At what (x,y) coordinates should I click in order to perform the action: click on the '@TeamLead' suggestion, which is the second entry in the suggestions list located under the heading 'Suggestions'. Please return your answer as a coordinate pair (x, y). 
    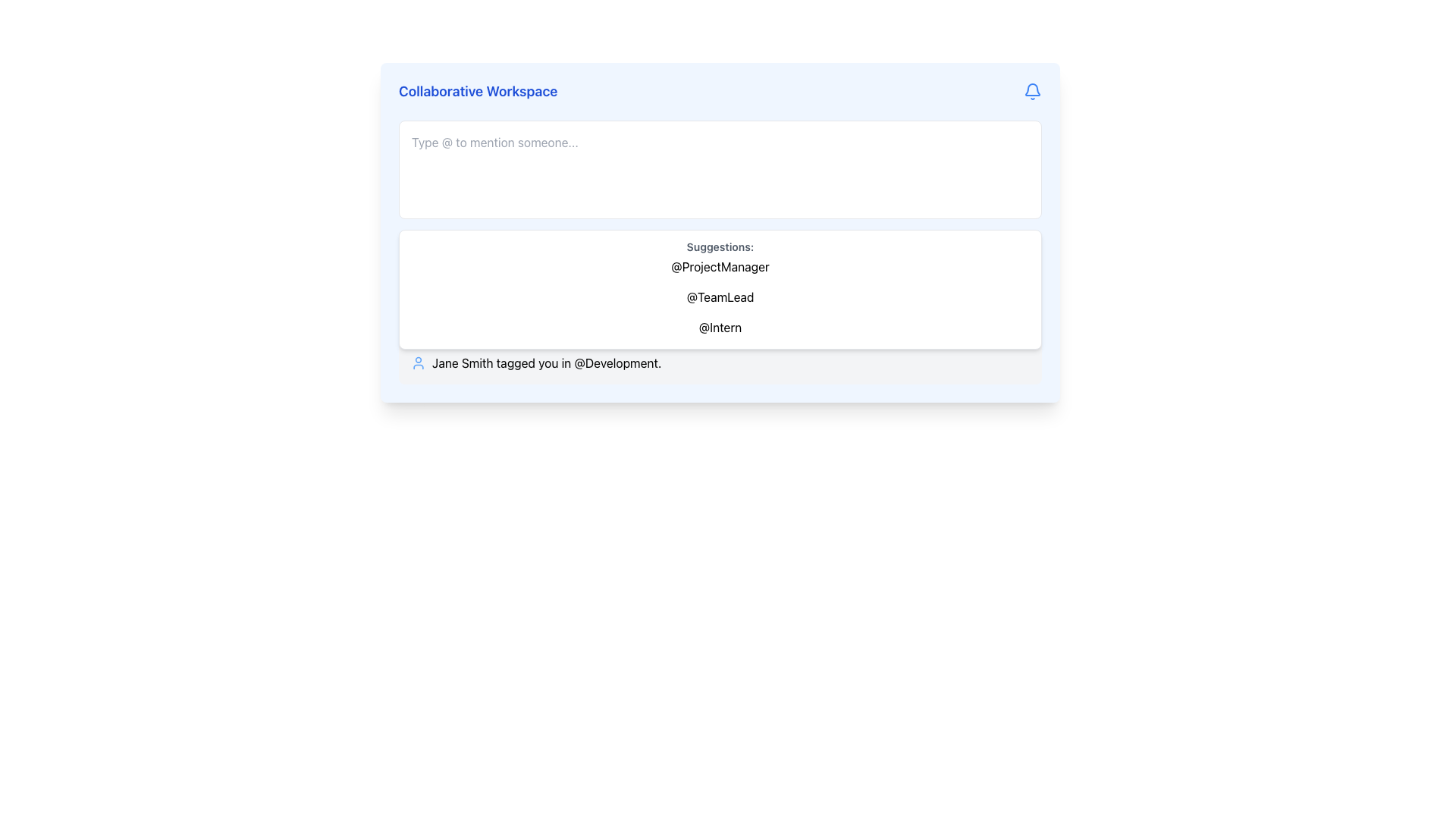
    Looking at the image, I should click on (720, 297).